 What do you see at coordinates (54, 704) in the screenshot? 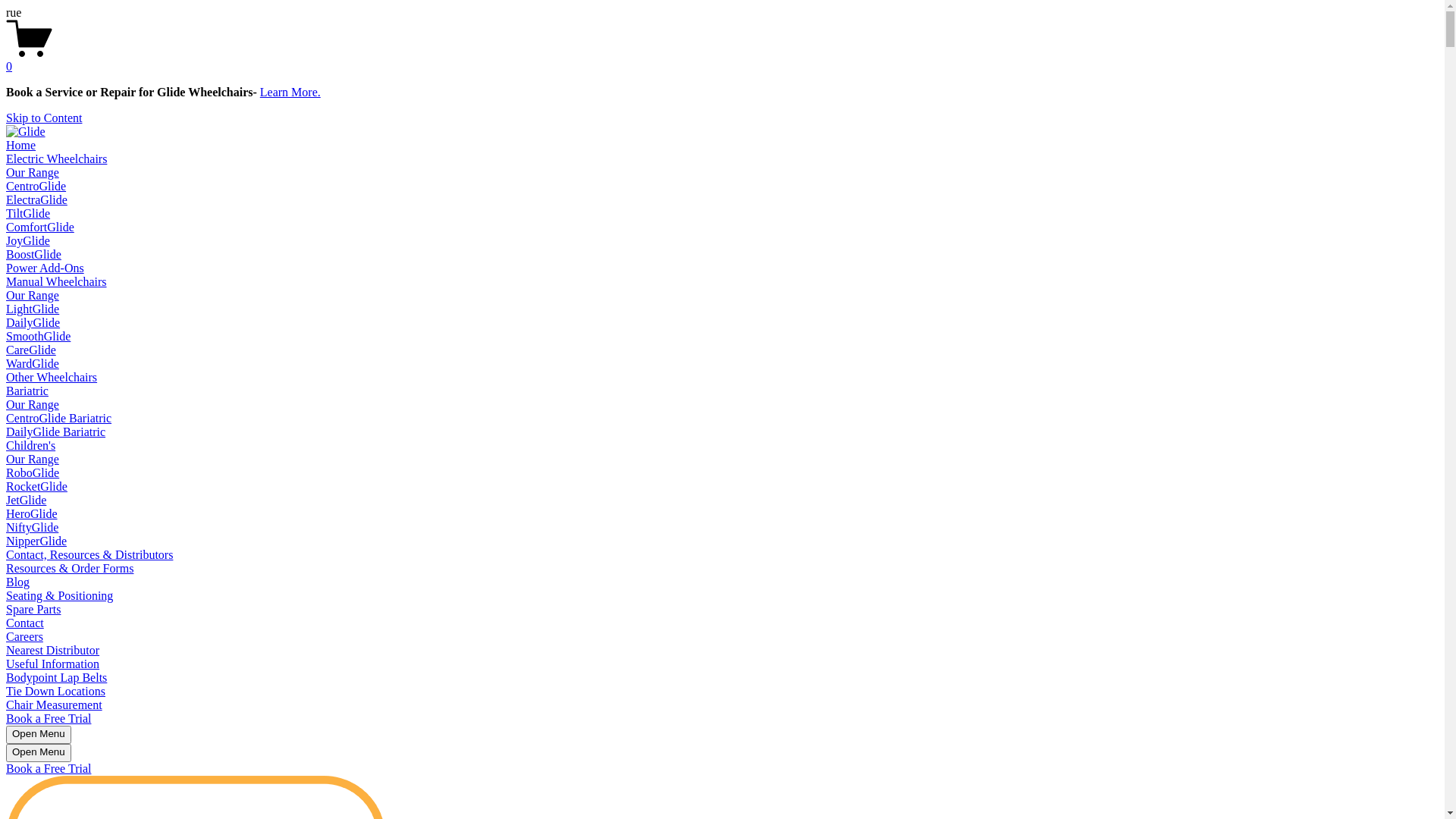
I see `'Chair Measurement'` at bounding box center [54, 704].